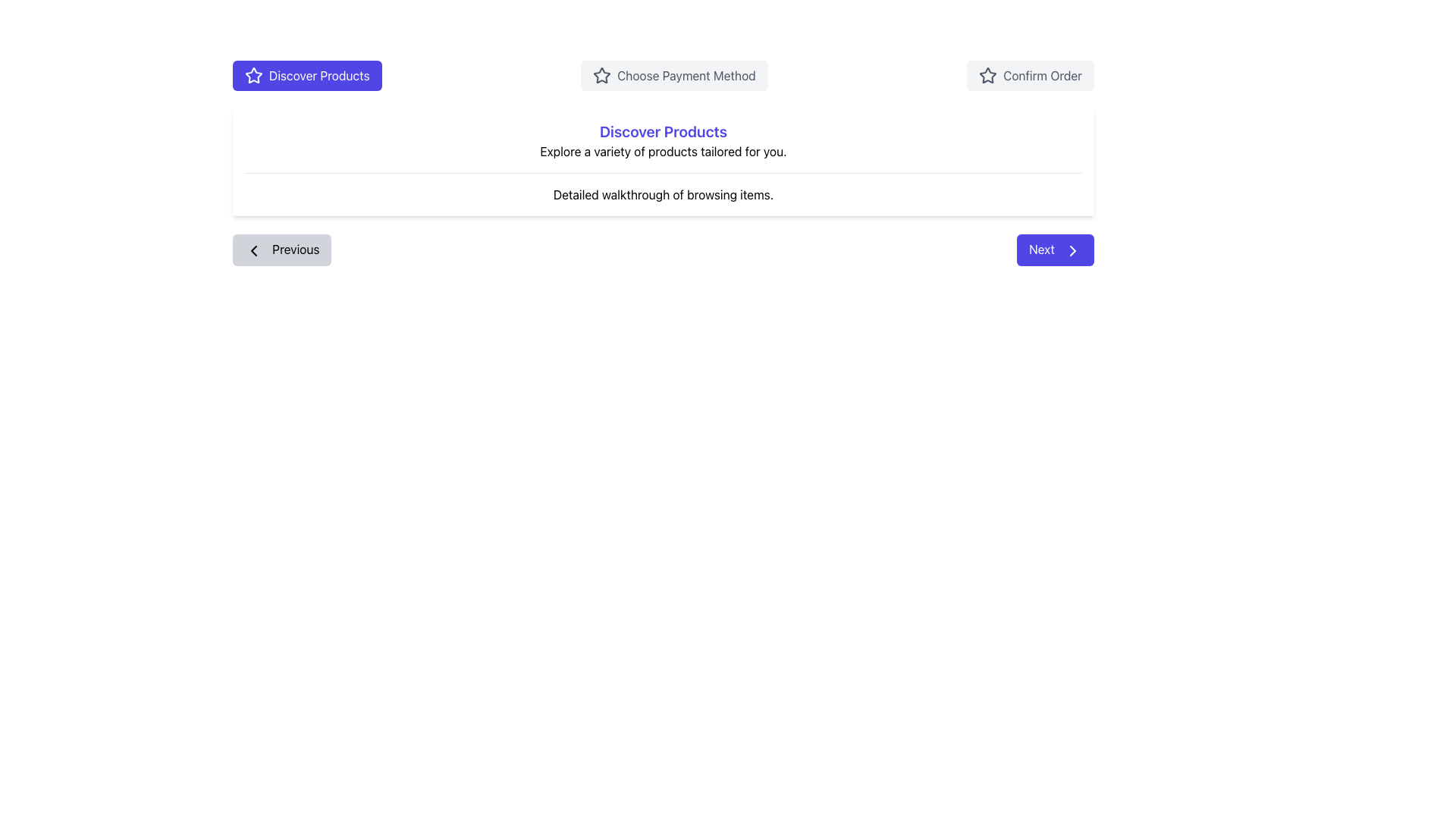 Image resolution: width=1456 pixels, height=819 pixels. What do you see at coordinates (1072, 249) in the screenshot?
I see `the right-pointing arrow icon located within the 'Next' button at the bottom-right corner of the interface` at bounding box center [1072, 249].